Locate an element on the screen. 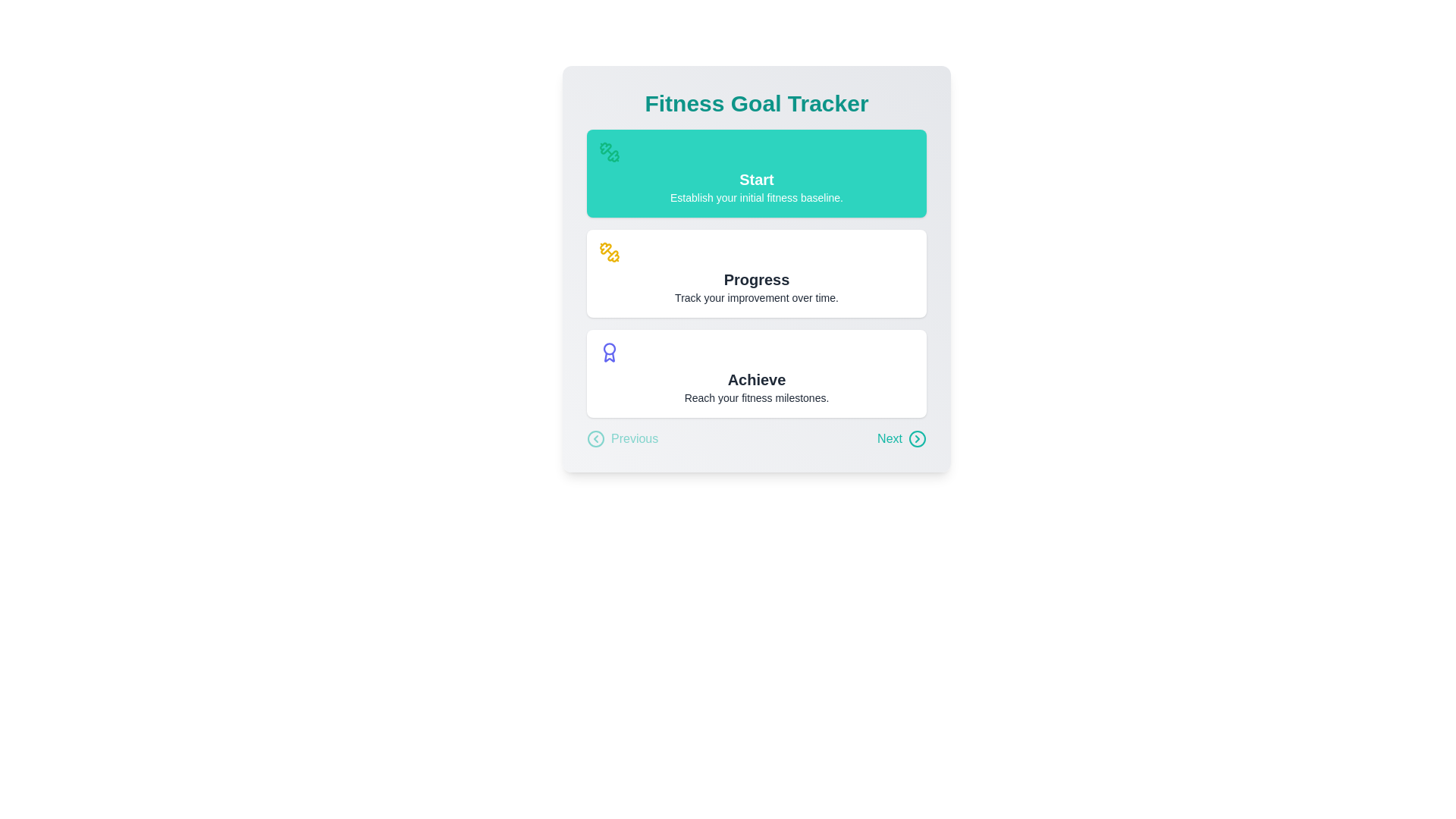 This screenshot has height=819, width=1456. information displayed on the 'Progress' step informational card, which is the middle card in the Fitness Goal Tracker section is located at coordinates (757, 274).